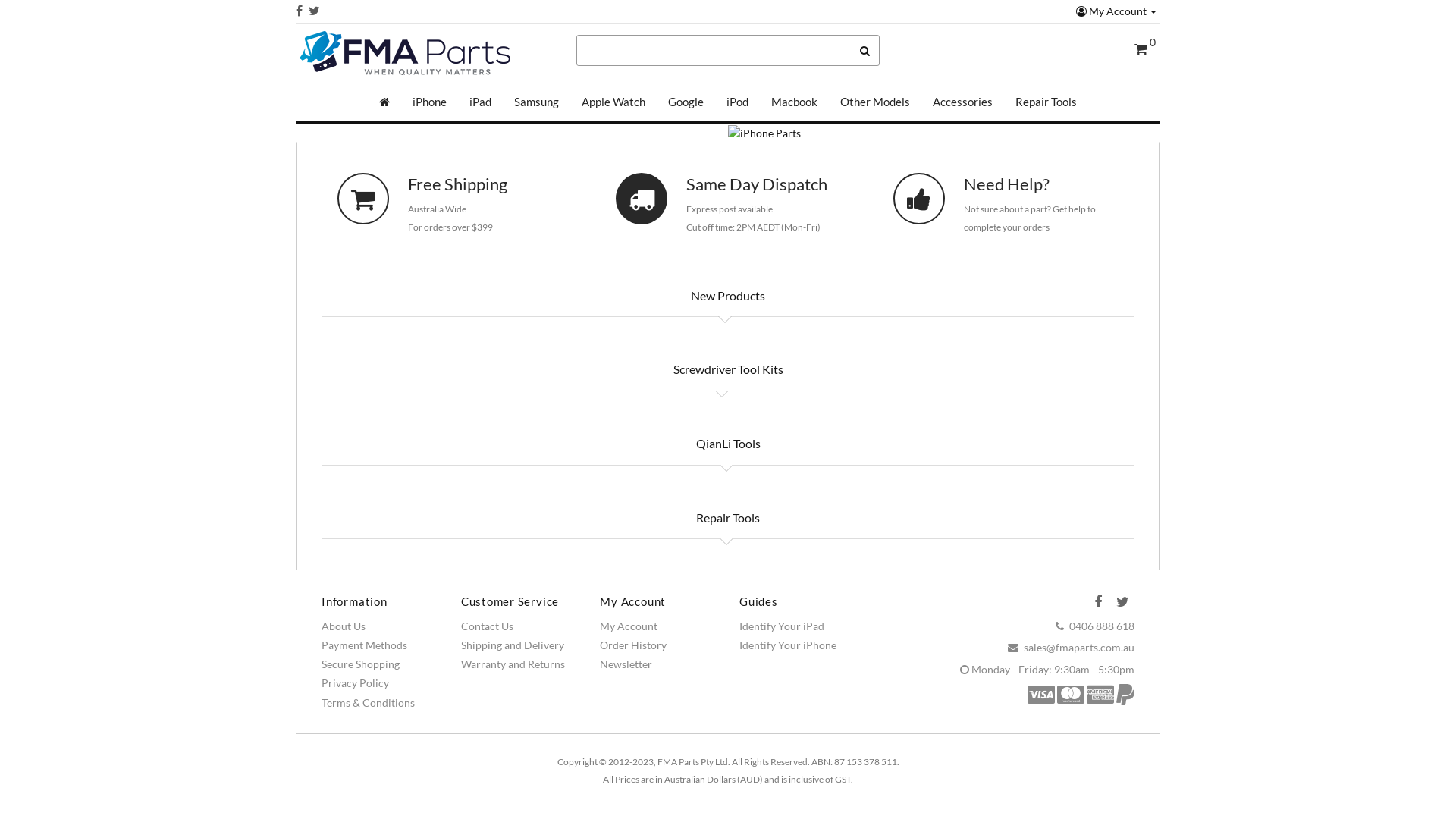 This screenshot has width=1456, height=819. Describe the element at coordinates (428, 102) in the screenshot. I see `'iPhone'` at that location.